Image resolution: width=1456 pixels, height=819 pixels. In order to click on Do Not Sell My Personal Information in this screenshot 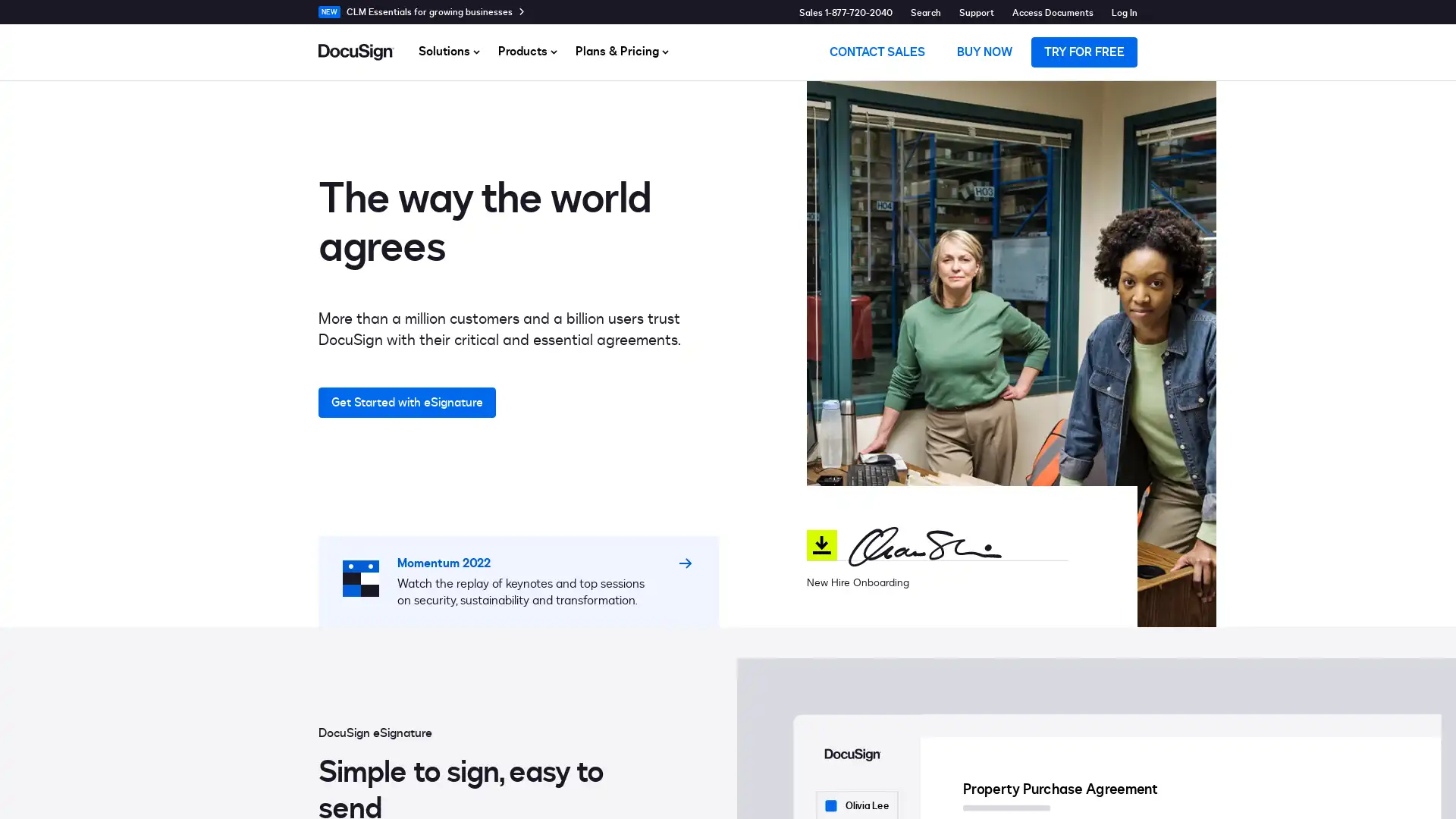, I will do `click(1186, 785)`.